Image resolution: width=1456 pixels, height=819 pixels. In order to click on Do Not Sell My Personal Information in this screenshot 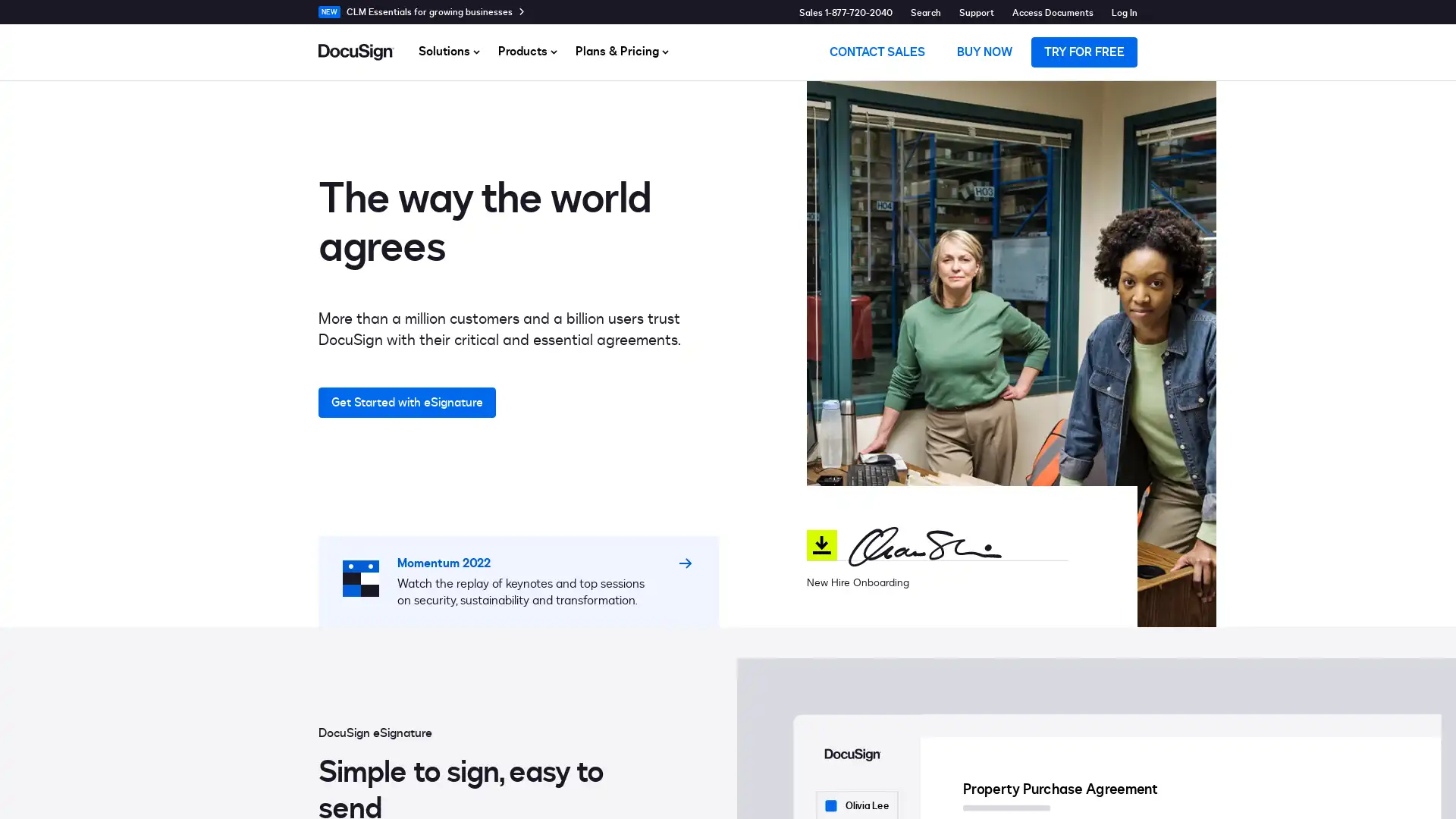, I will do `click(1186, 785)`.